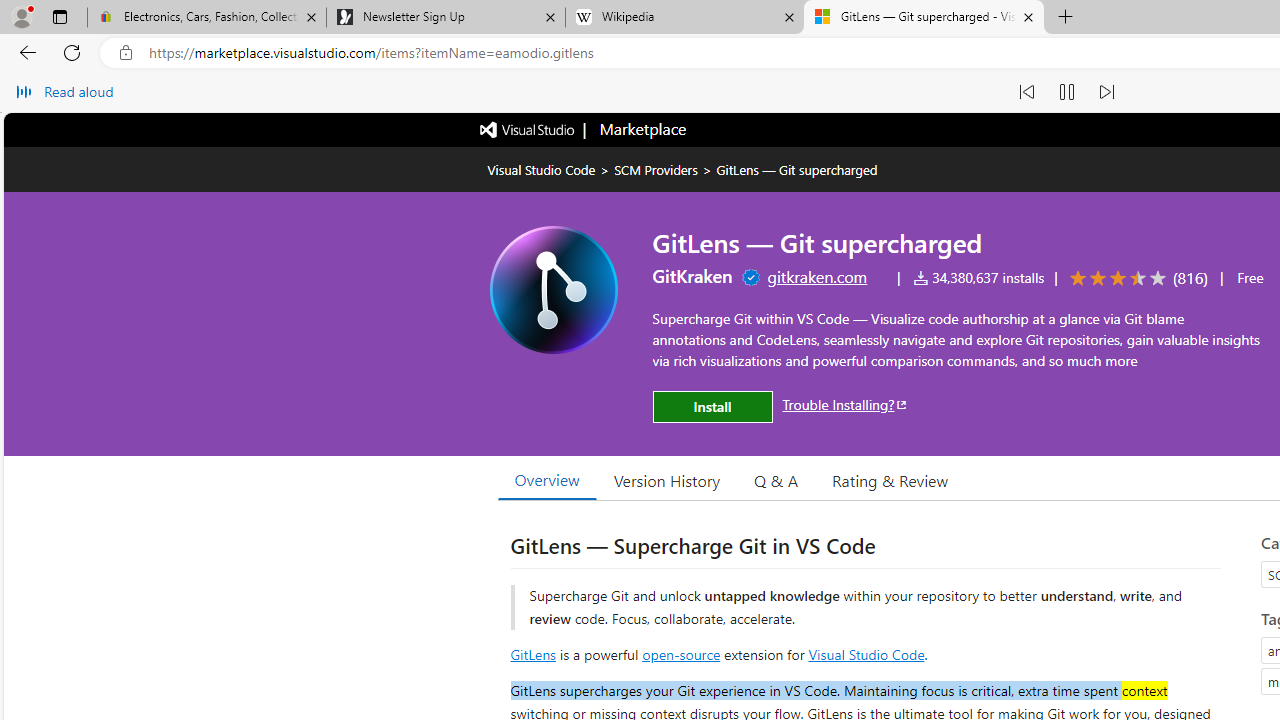 This screenshot has height=720, width=1280. What do you see at coordinates (712, 406) in the screenshot?
I see `'Install'` at bounding box center [712, 406].